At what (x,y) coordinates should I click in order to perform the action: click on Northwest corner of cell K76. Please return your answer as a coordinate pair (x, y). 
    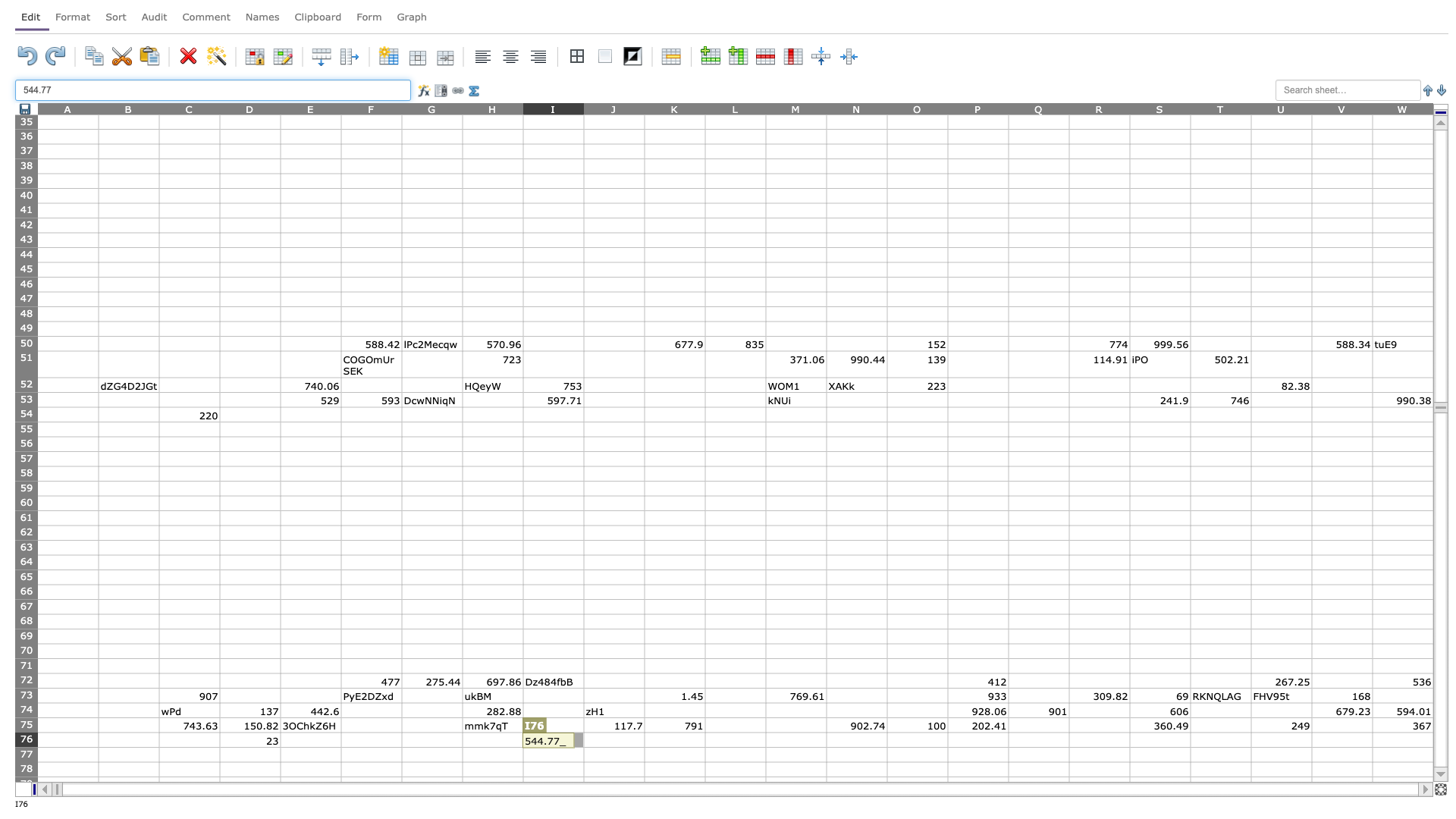
    Looking at the image, I should click on (644, 731).